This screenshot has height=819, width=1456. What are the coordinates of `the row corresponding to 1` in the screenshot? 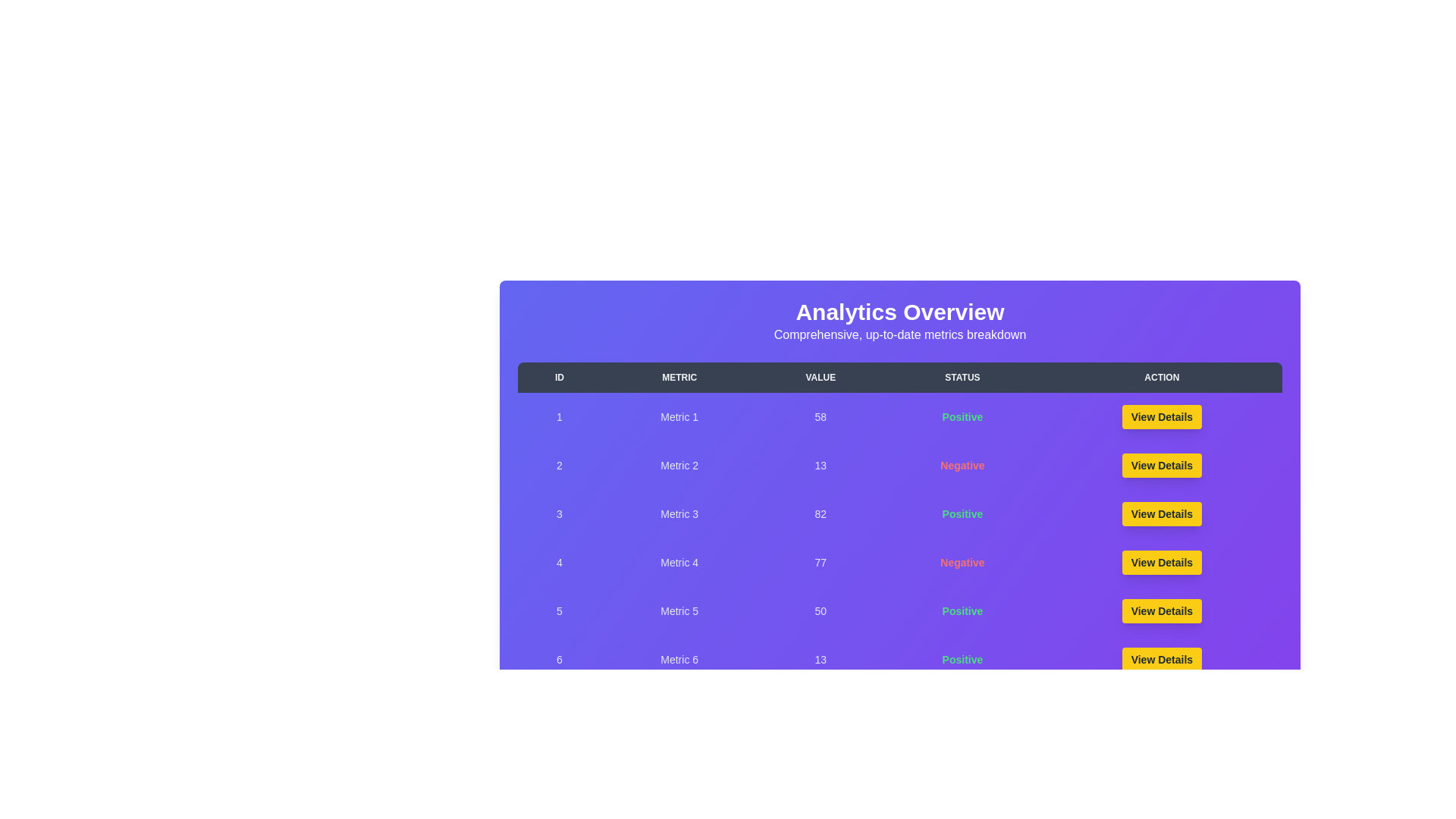 It's located at (899, 417).